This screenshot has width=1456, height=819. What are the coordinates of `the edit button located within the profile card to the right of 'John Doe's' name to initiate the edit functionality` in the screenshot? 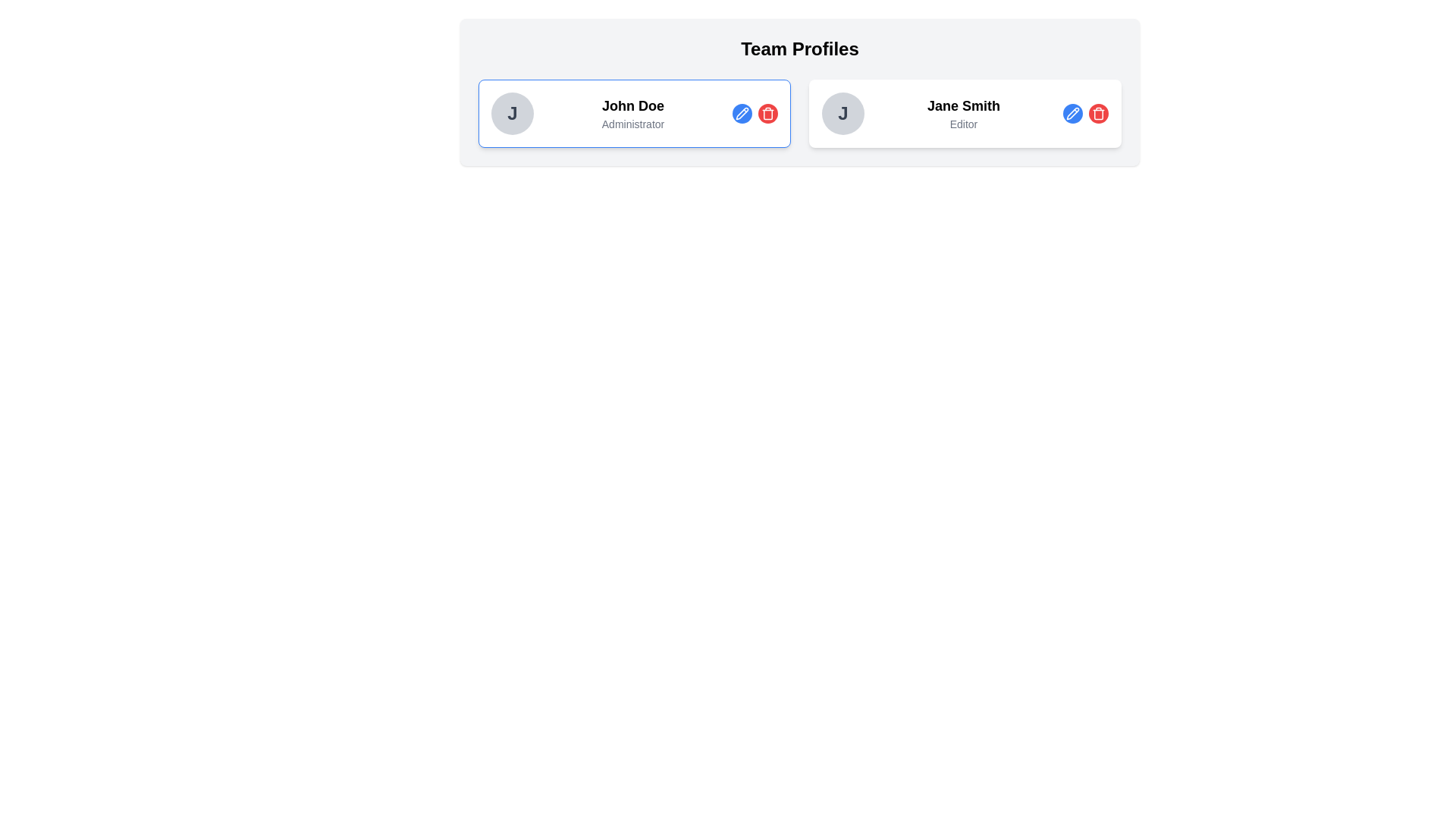 It's located at (742, 113).